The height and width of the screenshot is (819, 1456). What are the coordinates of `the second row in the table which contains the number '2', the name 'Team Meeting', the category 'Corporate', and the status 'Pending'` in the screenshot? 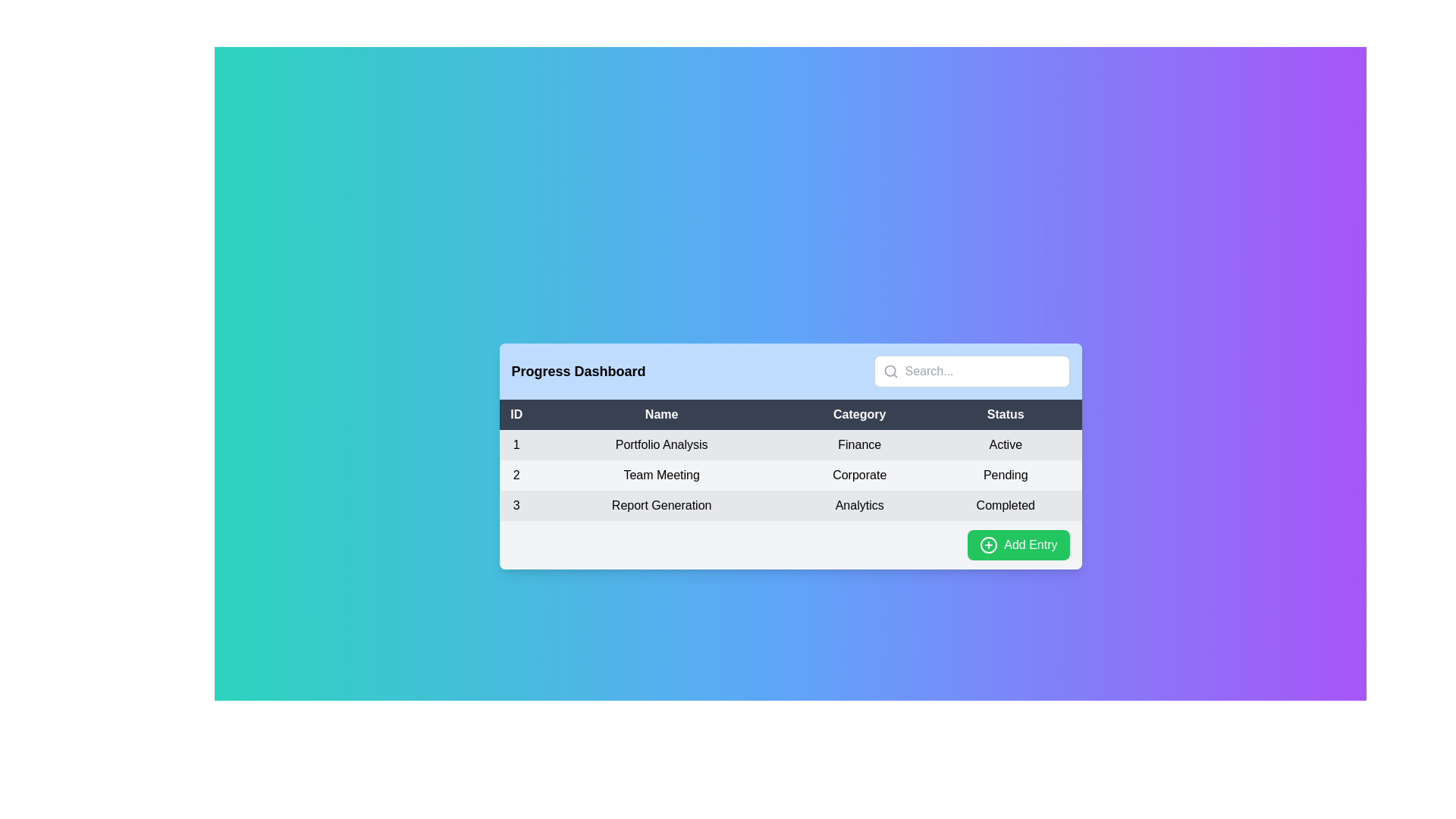 It's located at (789, 475).